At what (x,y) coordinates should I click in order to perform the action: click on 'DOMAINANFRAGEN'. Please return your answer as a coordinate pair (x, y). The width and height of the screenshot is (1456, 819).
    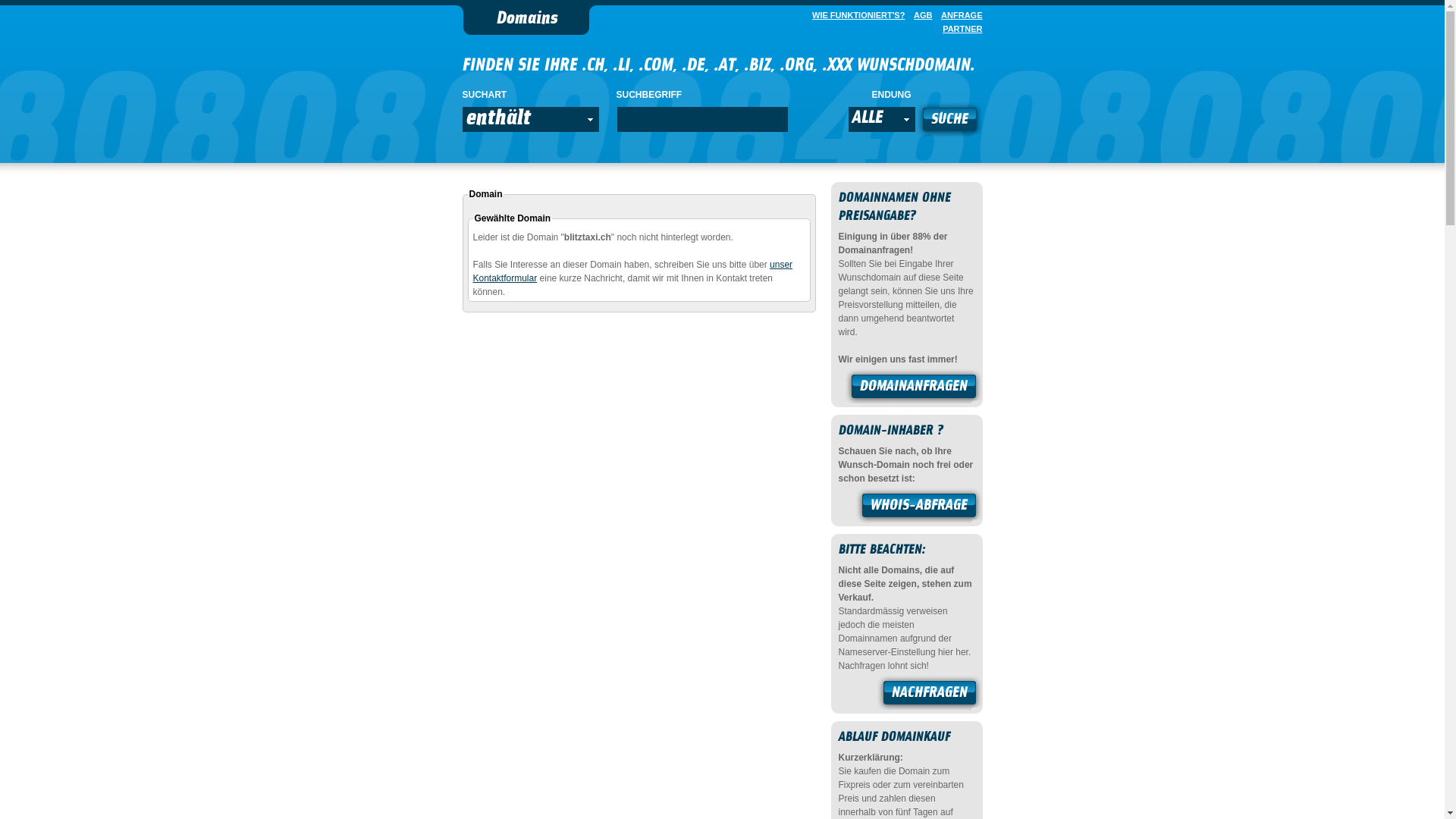
    Looking at the image, I should click on (843, 388).